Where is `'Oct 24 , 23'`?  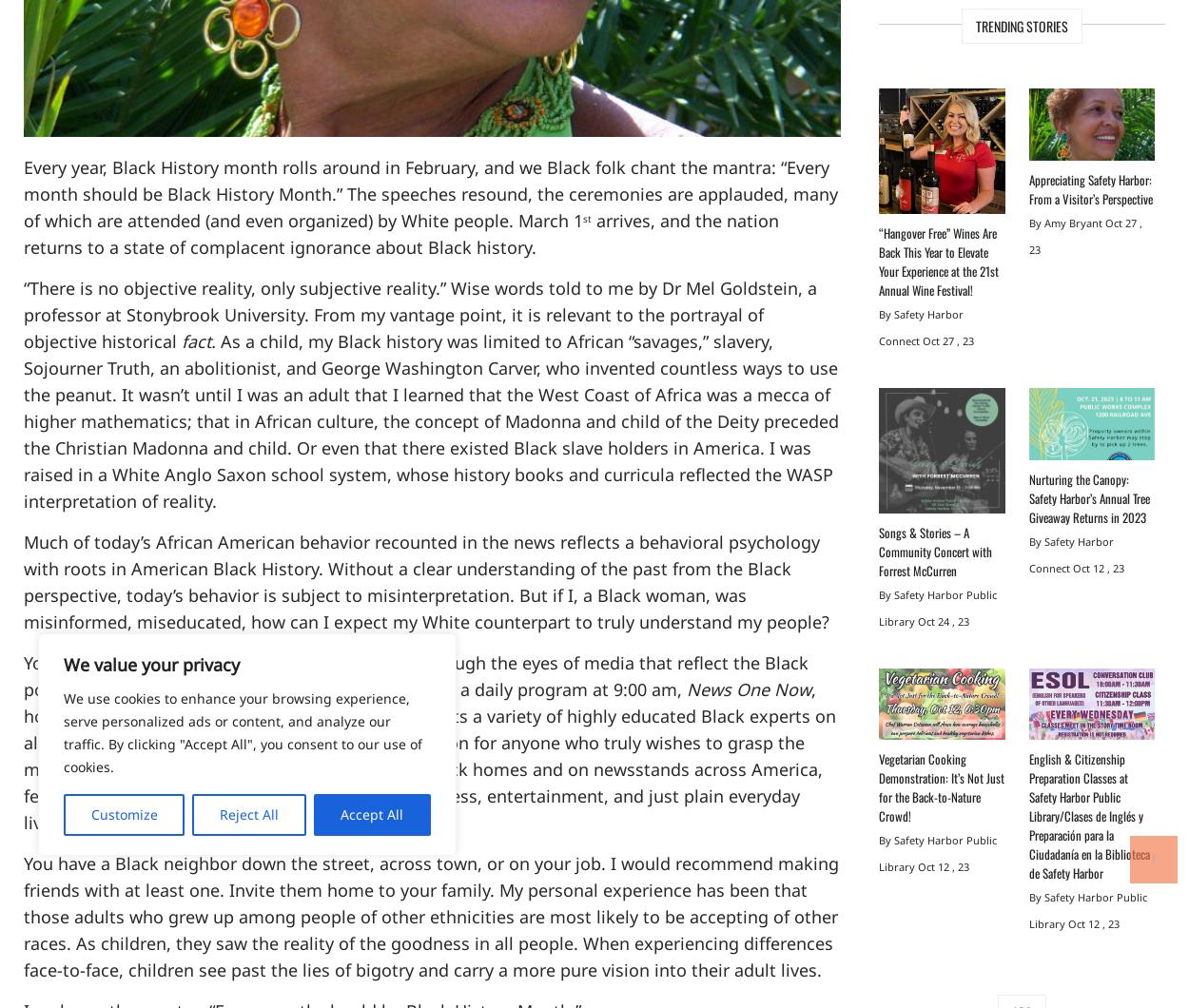
'Oct 24 , 23' is located at coordinates (943, 621).